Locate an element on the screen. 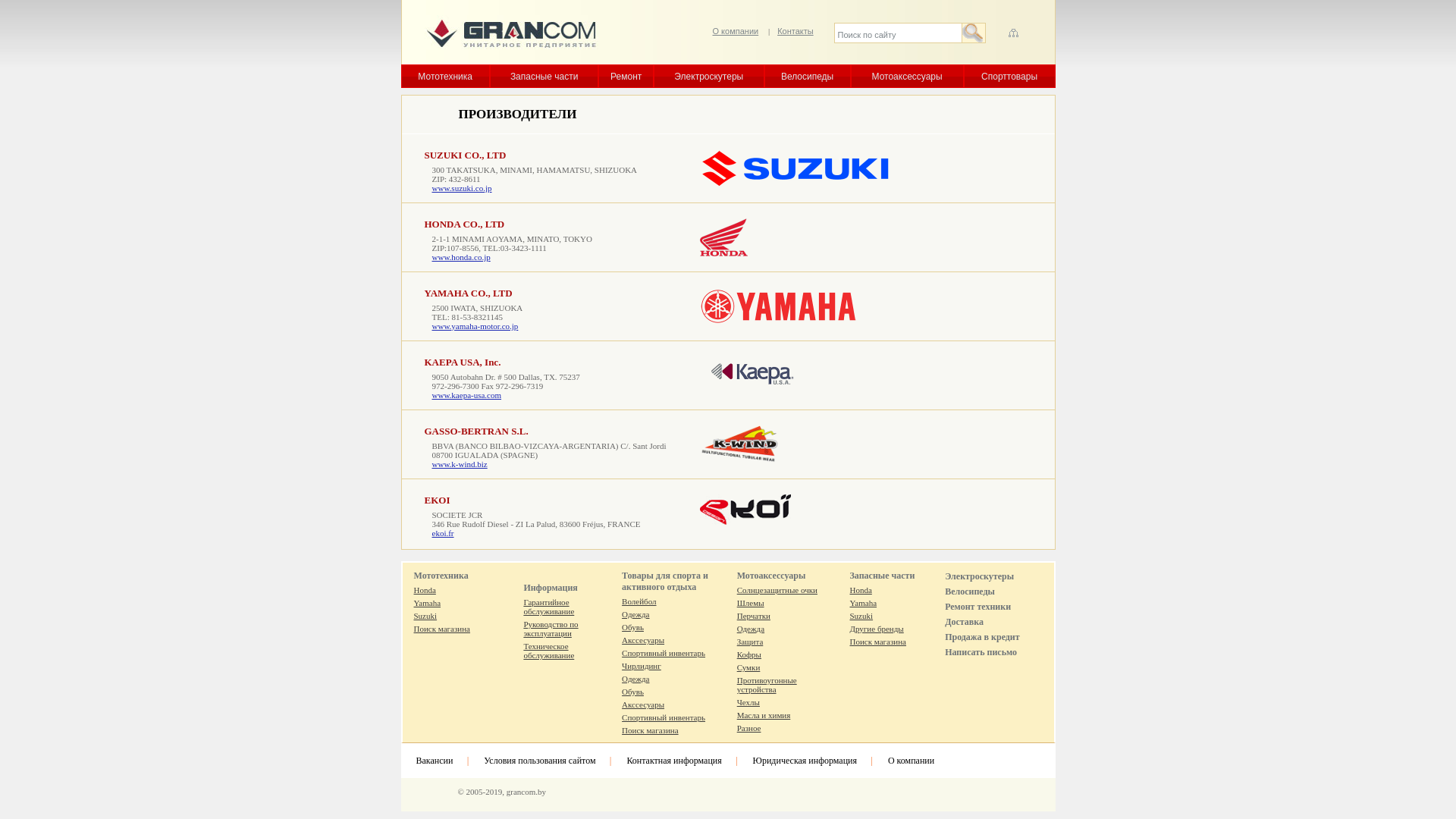 The width and height of the screenshot is (1456, 819). 'www.suzuki.co.jp' is located at coordinates (431, 187).